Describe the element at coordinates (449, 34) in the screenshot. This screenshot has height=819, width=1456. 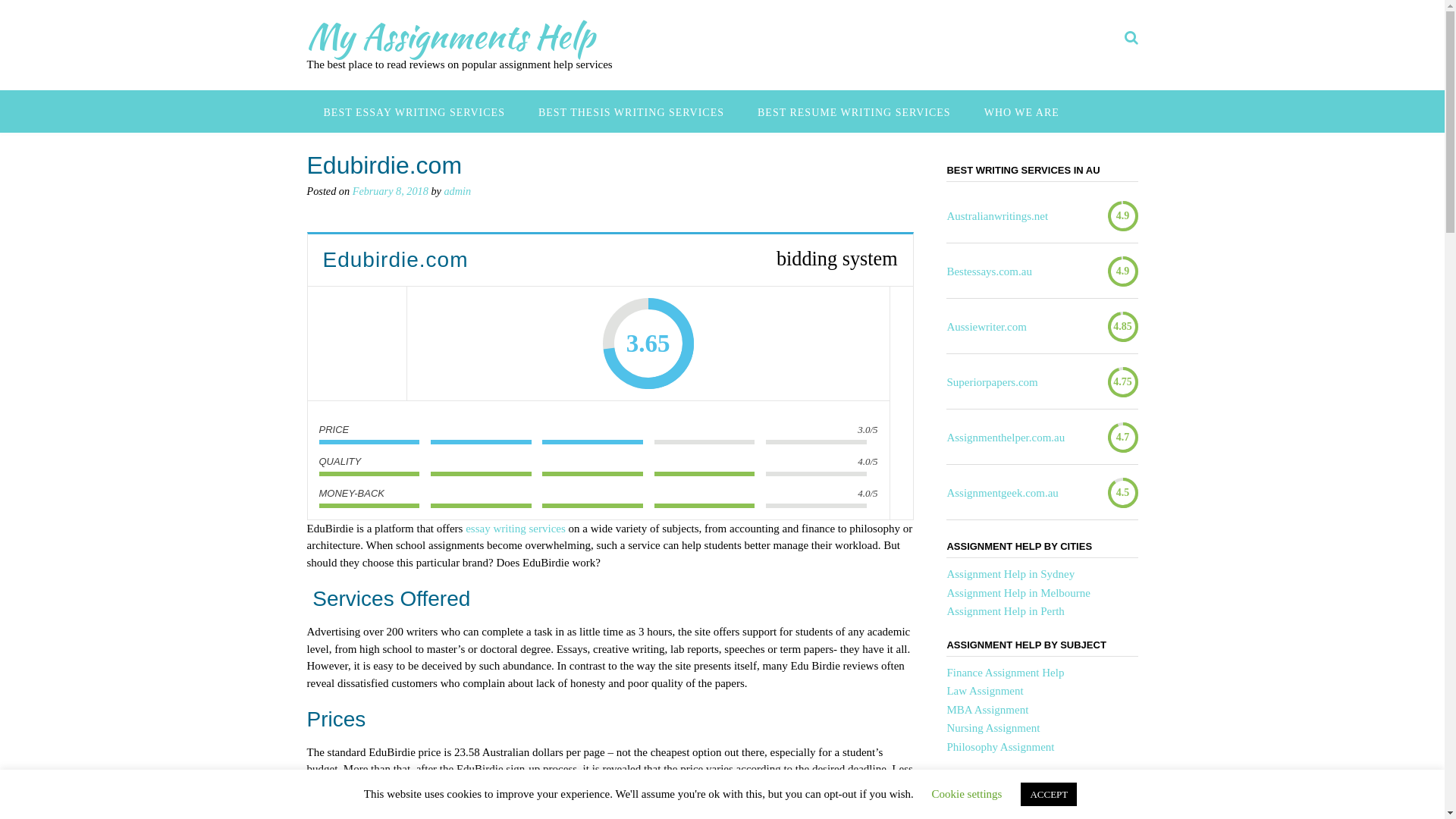
I see `'My Assignments Help'` at that location.